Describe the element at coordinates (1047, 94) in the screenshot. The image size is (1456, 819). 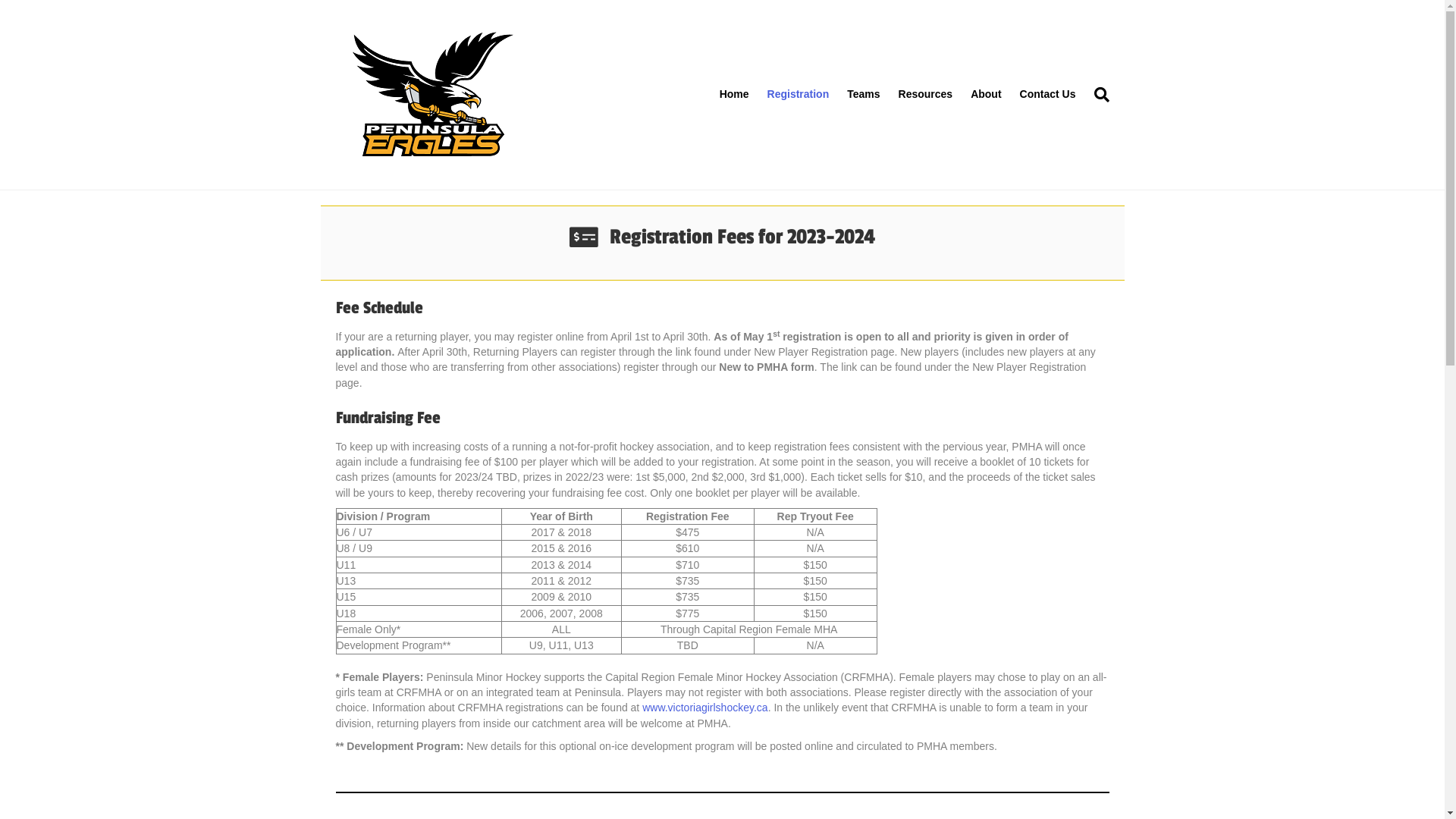
I see `'Contact Us'` at that location.